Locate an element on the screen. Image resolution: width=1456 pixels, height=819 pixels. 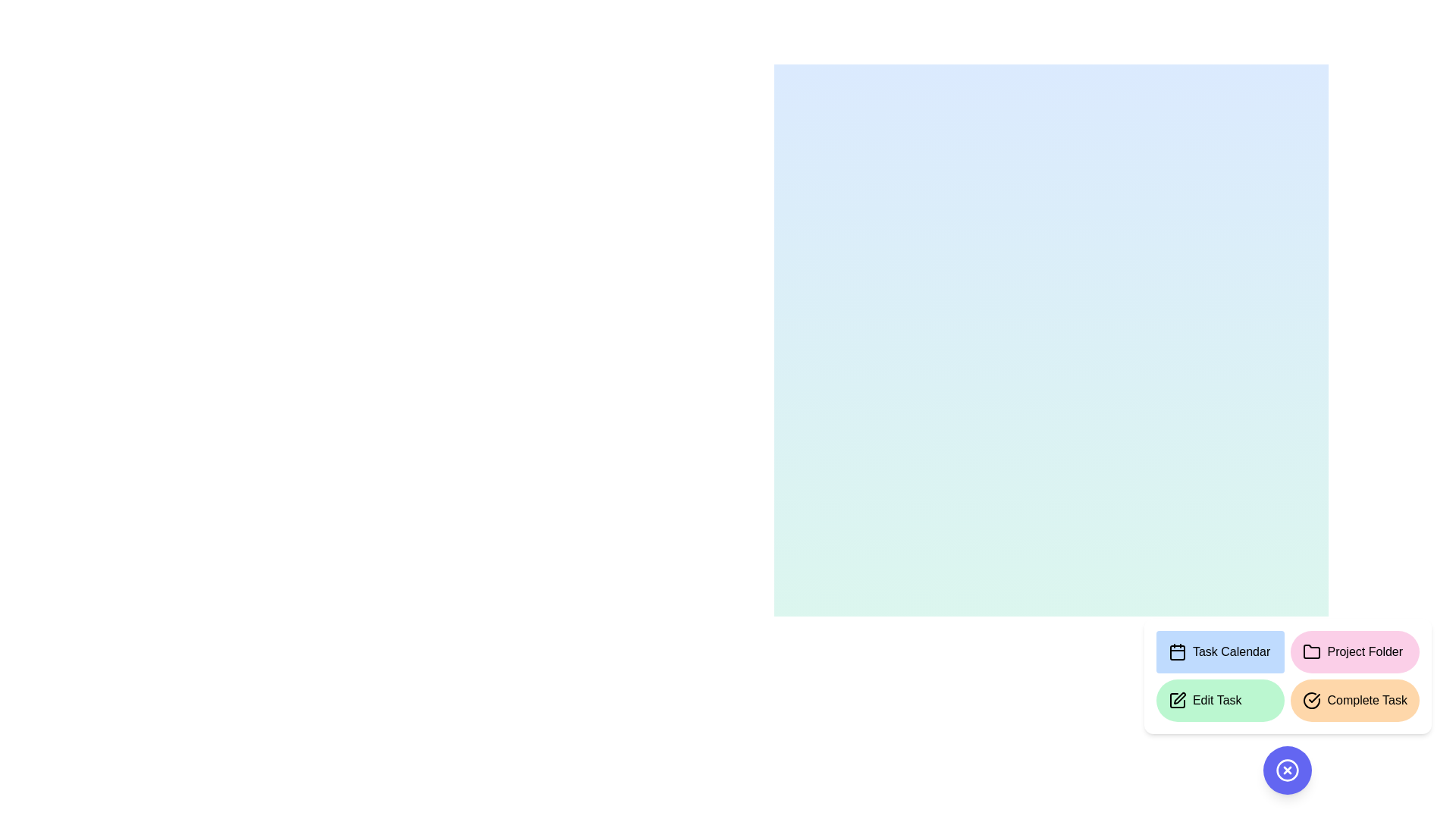
the 'Complete Task' button, which is a rounded rectangular button with an orange background and a checkmark icon, located in the bottom-right region of the interface is located at coordinates (1355, 701).